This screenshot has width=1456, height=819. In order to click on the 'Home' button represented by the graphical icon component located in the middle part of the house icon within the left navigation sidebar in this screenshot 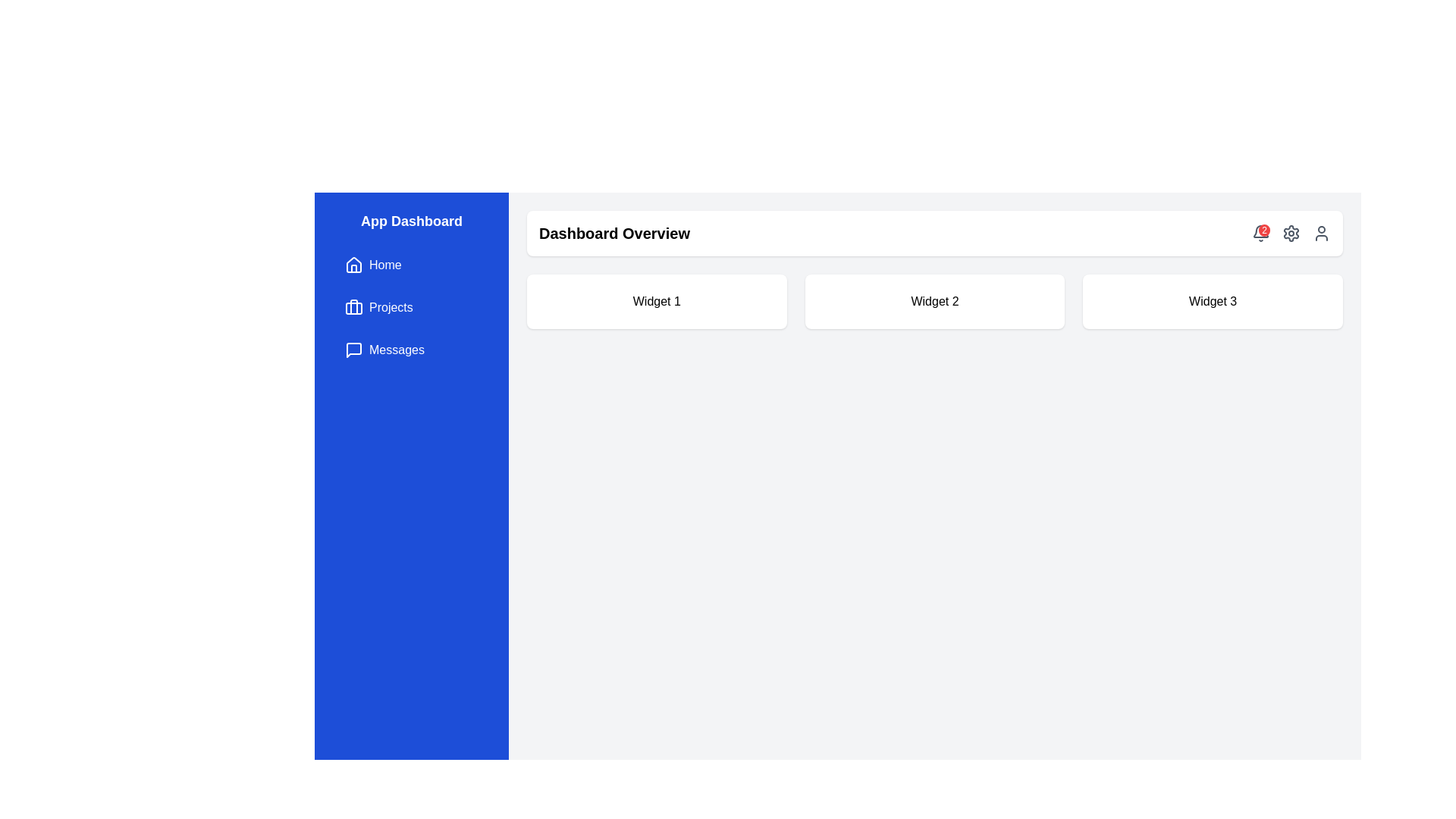, I will do `click(353, 268)`.